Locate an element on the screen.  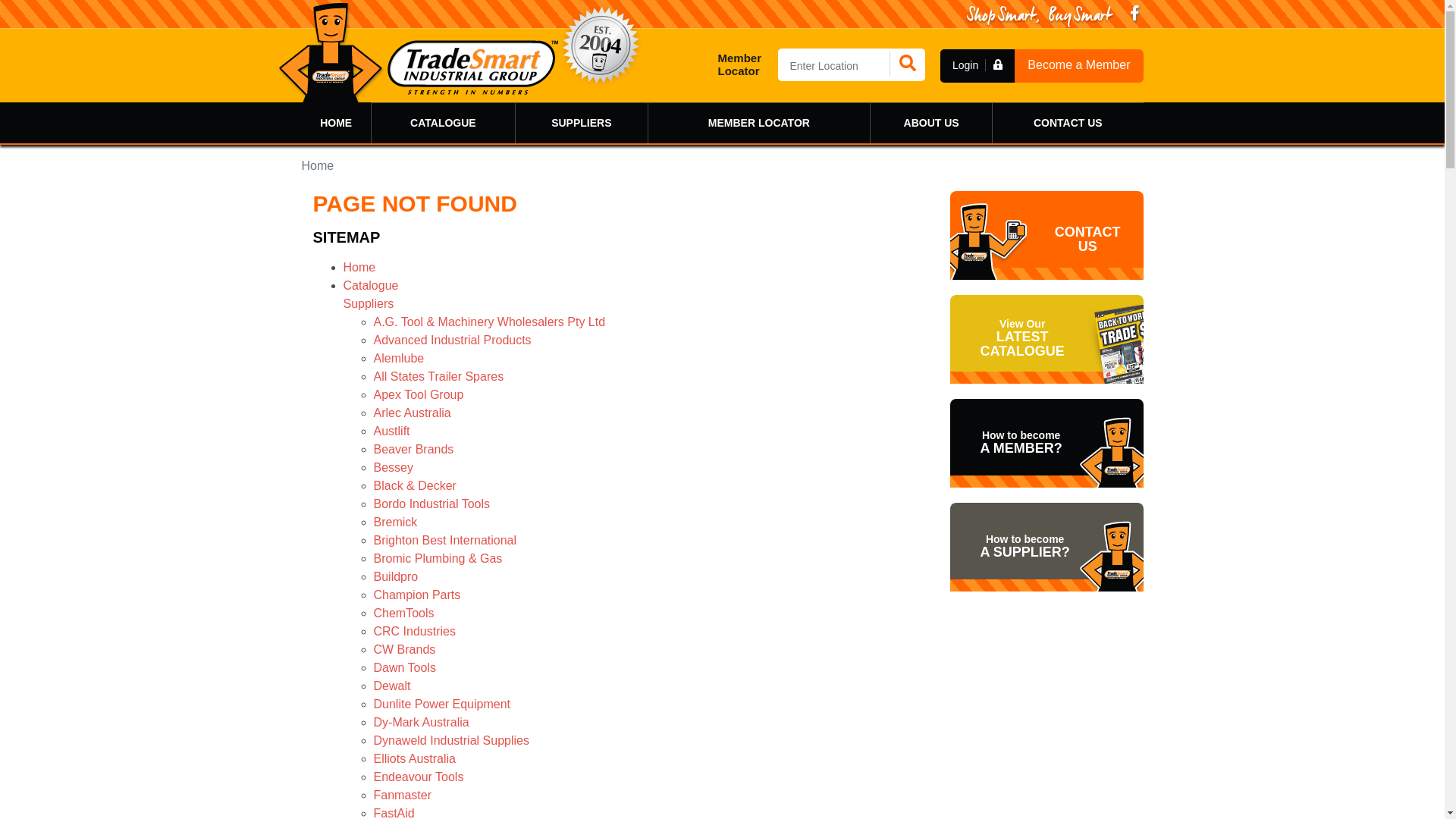
'CONTACT US' is located at coordinates (1066, 122).